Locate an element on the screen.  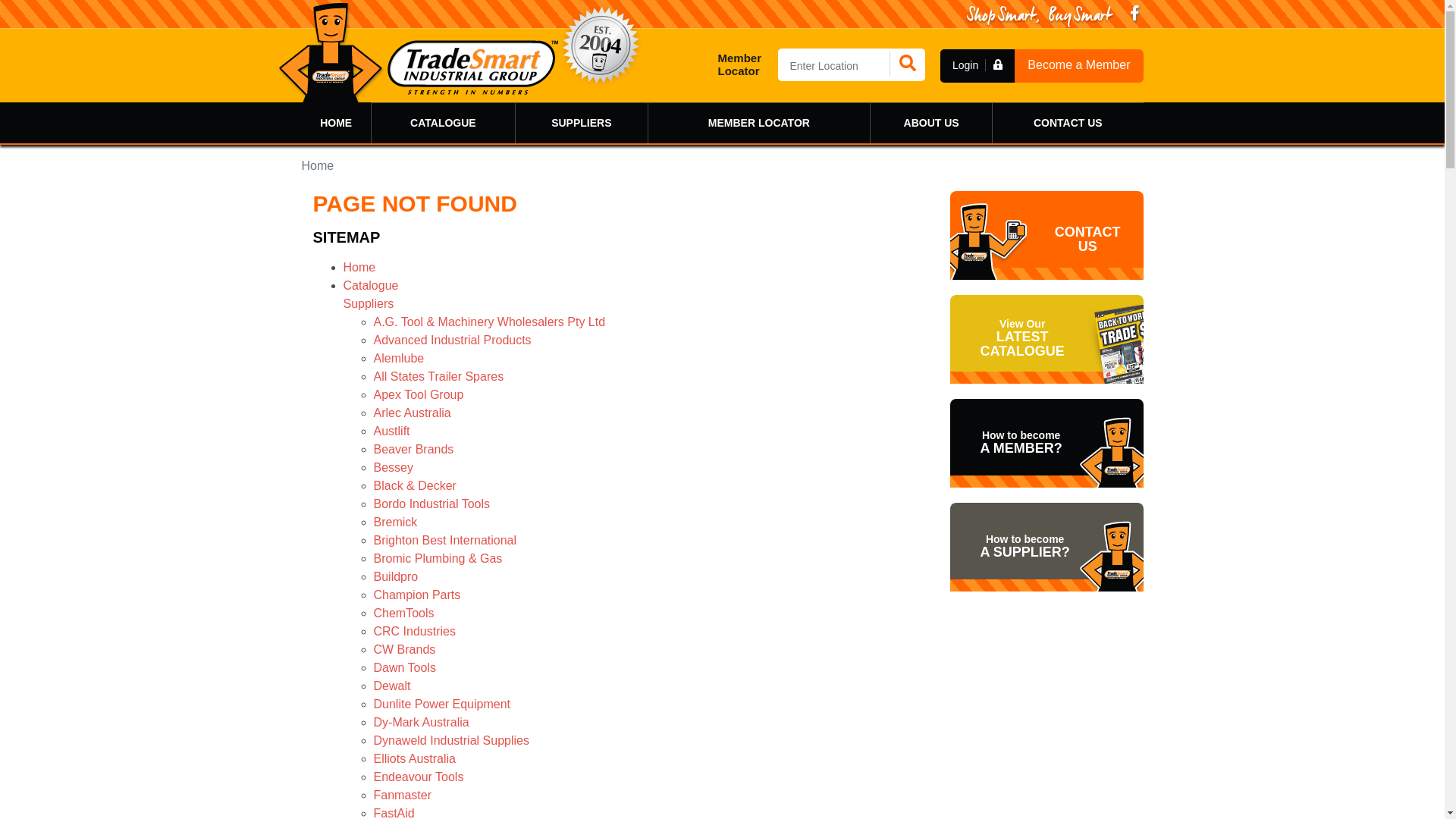
'CONTACT US' is located at coordinates (1066, 122).